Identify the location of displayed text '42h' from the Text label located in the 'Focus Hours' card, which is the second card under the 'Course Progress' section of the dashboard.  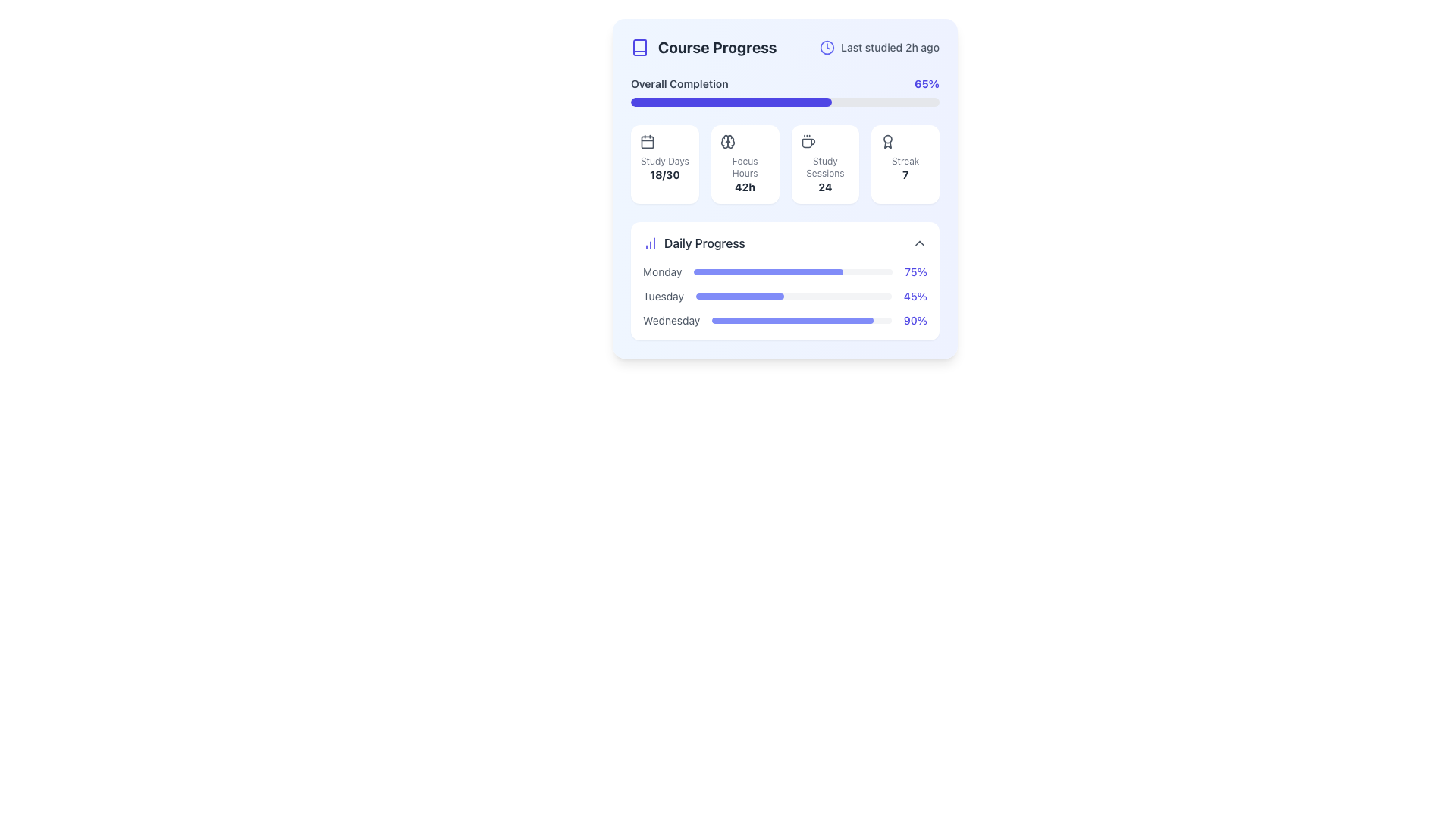
(745, 186).